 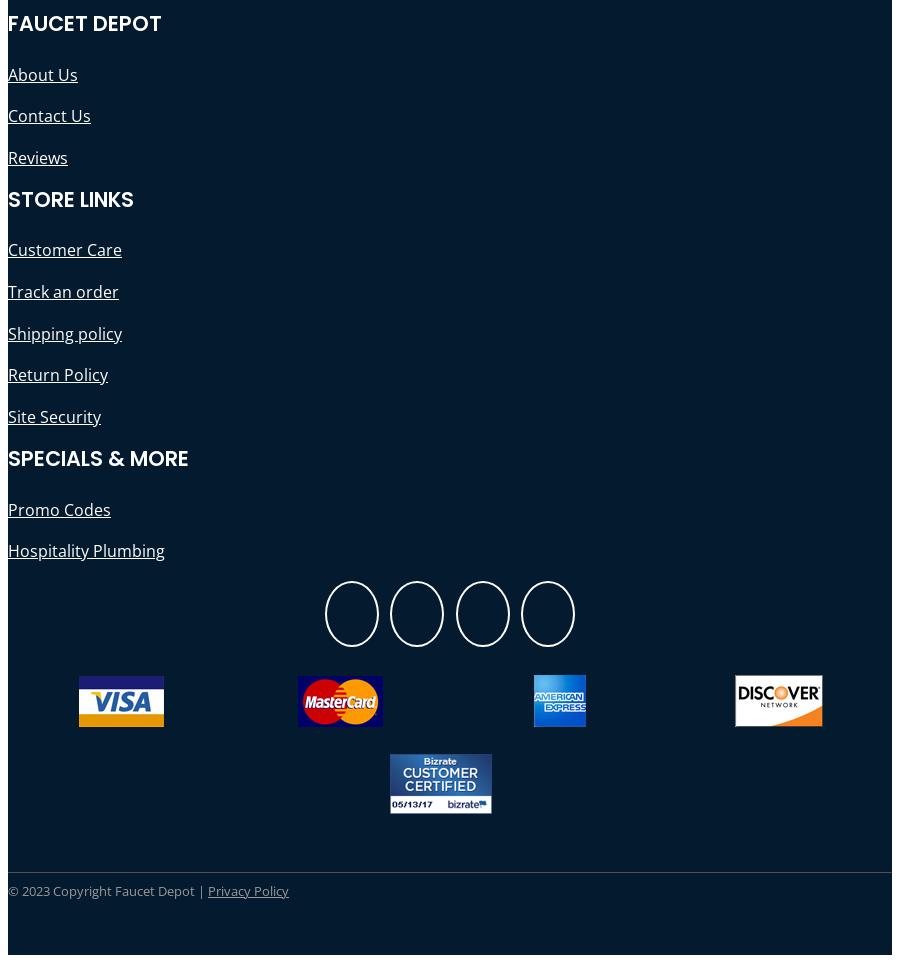 What do you see at coordinates (53, 414) in the screenshot?
I see `'Site Security'` at bounding box center [53, 414].